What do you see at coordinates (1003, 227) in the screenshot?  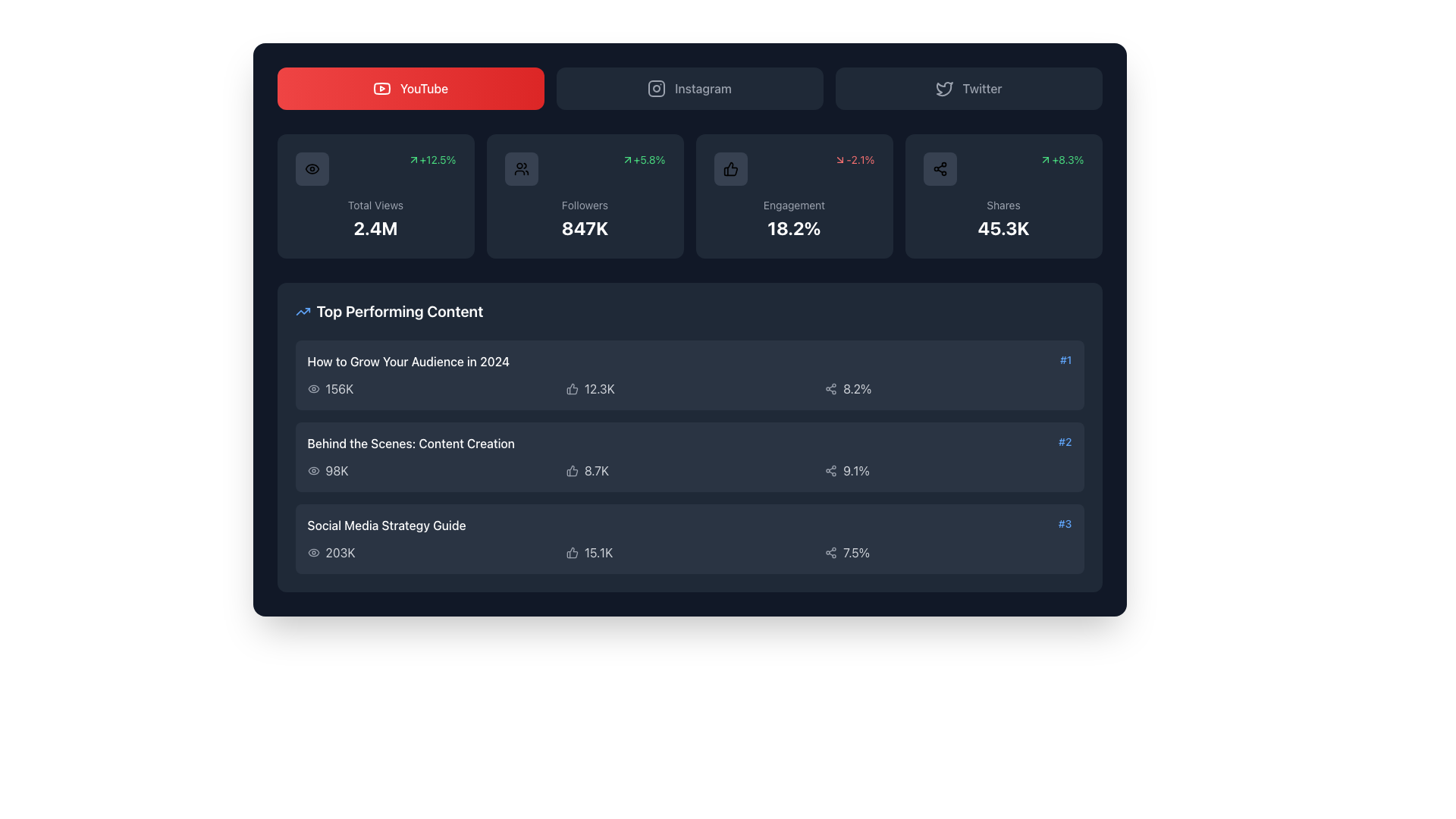 I see `the static label that displays the count of shares, located within the 'Shares' box at the top-right part of the dashboard interface` at bounding box center [1003, 227].